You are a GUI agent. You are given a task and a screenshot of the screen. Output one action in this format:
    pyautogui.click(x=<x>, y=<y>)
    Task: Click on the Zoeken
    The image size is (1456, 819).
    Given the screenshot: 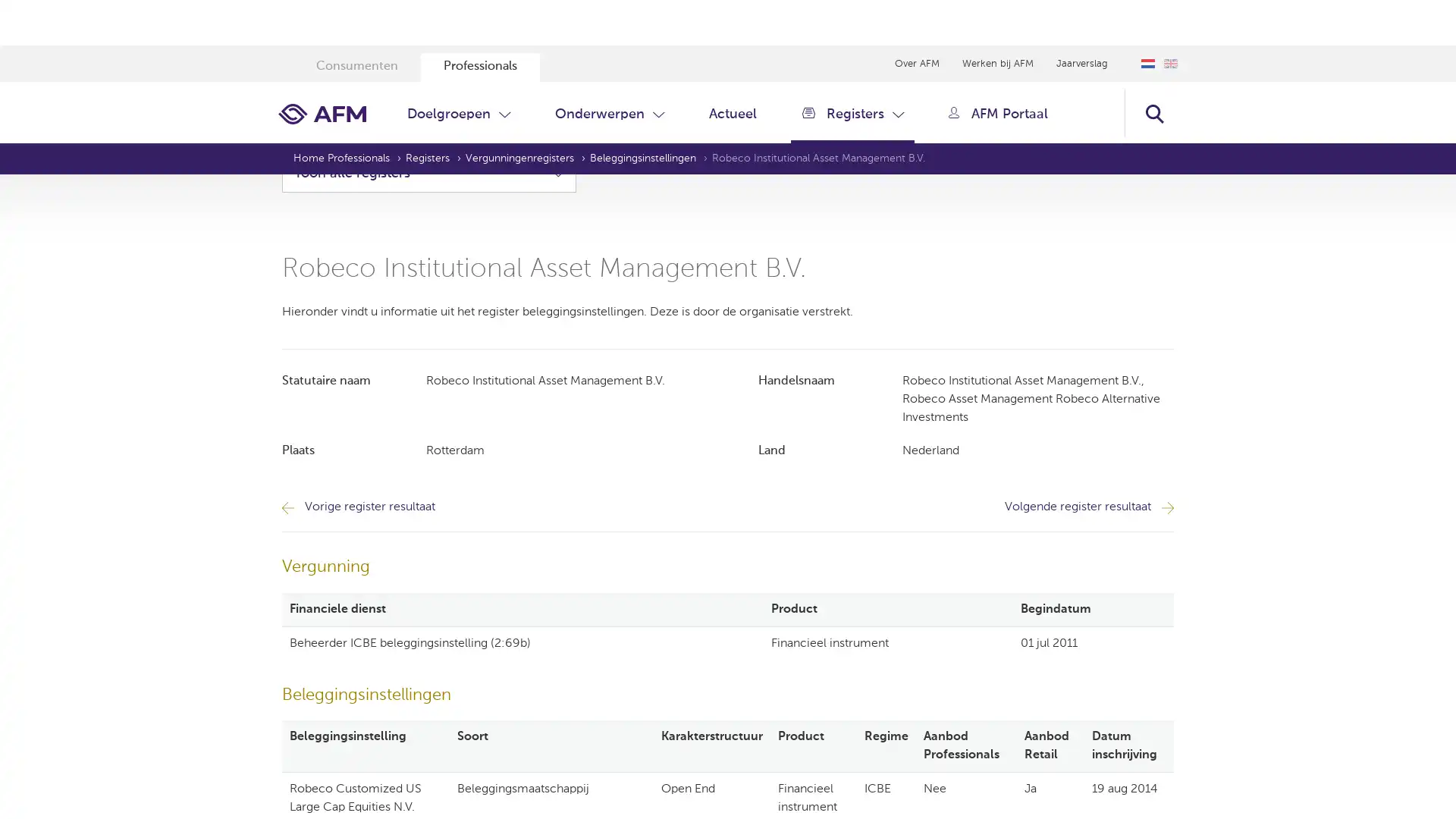 What is the action you would take?
    pyautogui.click(x=919, y=66)
    